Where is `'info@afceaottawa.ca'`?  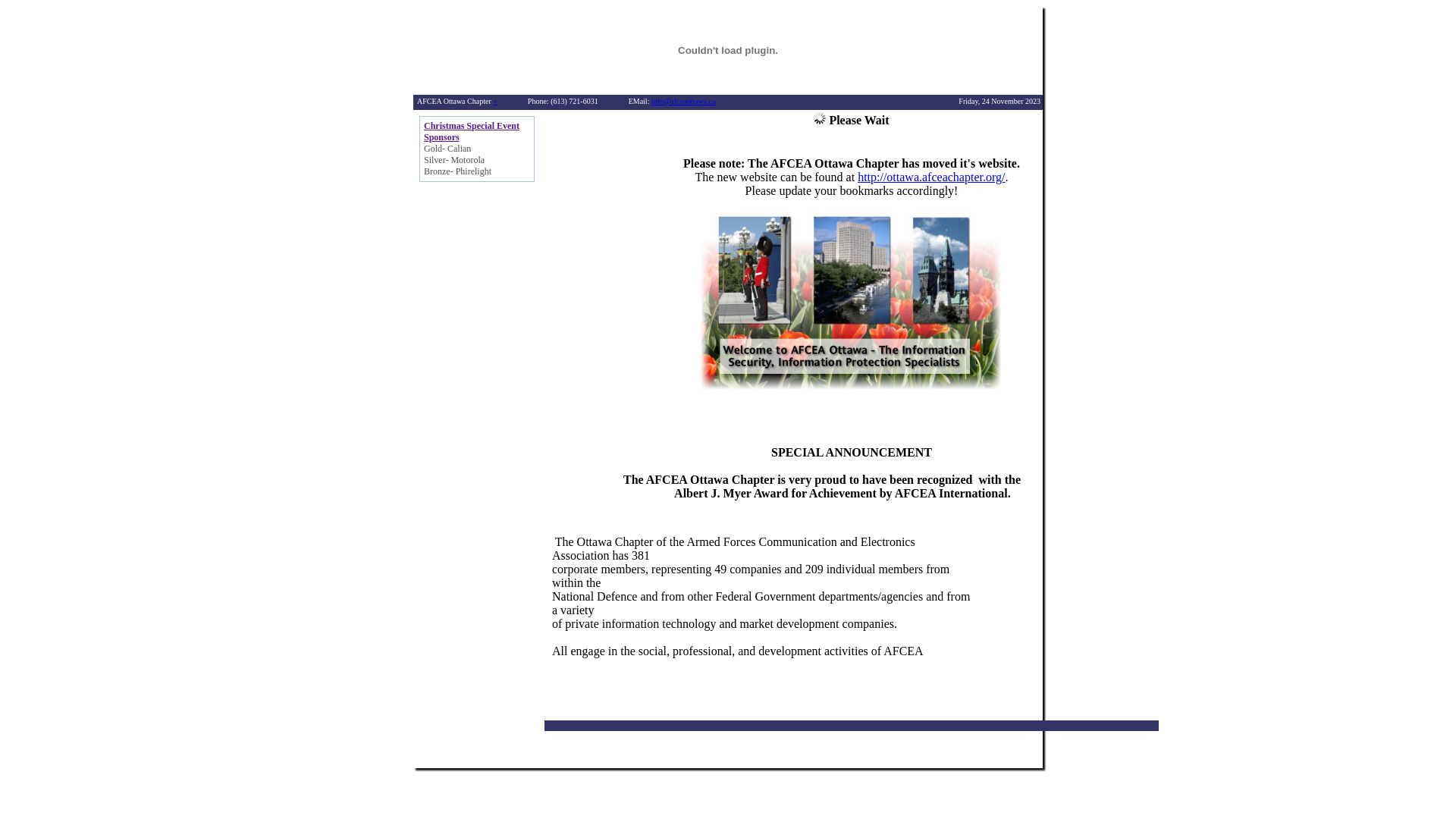
'info@afceaottawa.ca' is located at coordinates (682, 101).